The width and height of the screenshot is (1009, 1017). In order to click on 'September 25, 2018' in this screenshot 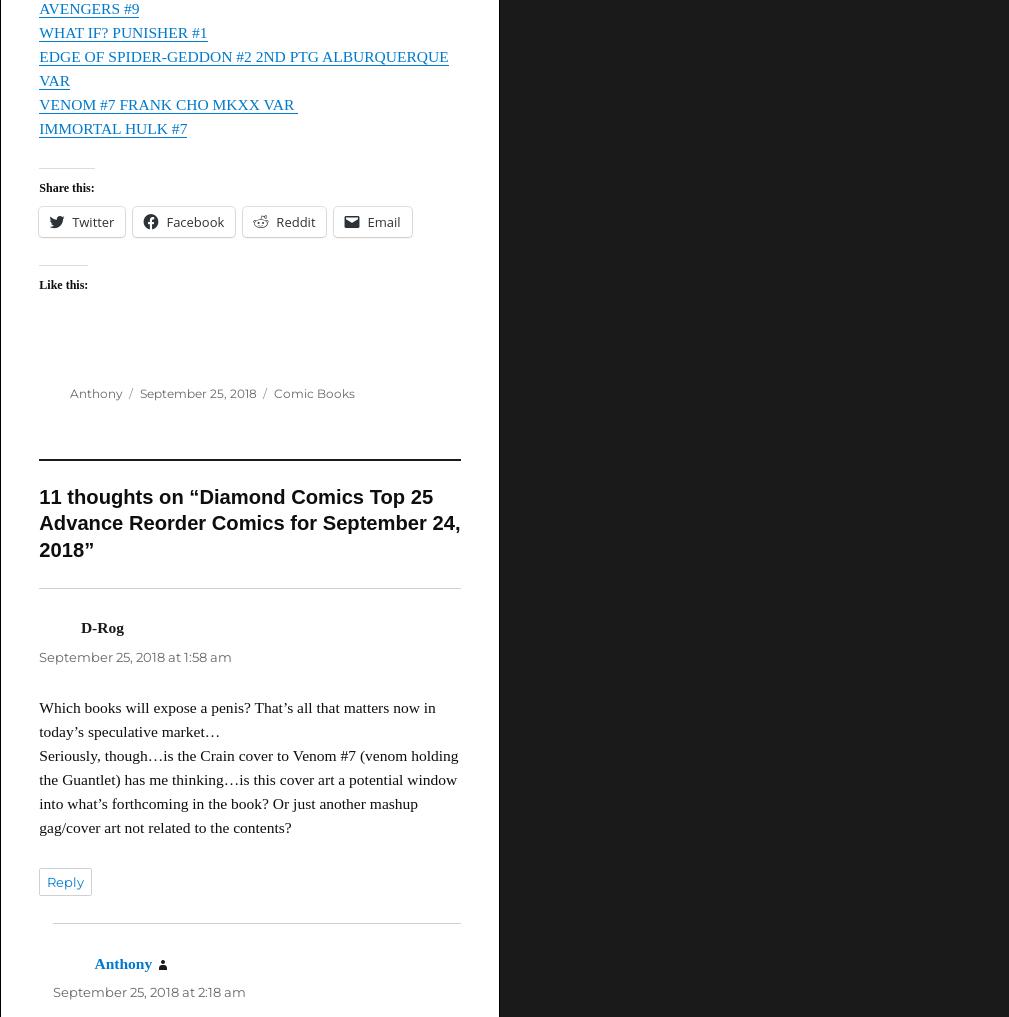, I will do `click(138, 392)`.